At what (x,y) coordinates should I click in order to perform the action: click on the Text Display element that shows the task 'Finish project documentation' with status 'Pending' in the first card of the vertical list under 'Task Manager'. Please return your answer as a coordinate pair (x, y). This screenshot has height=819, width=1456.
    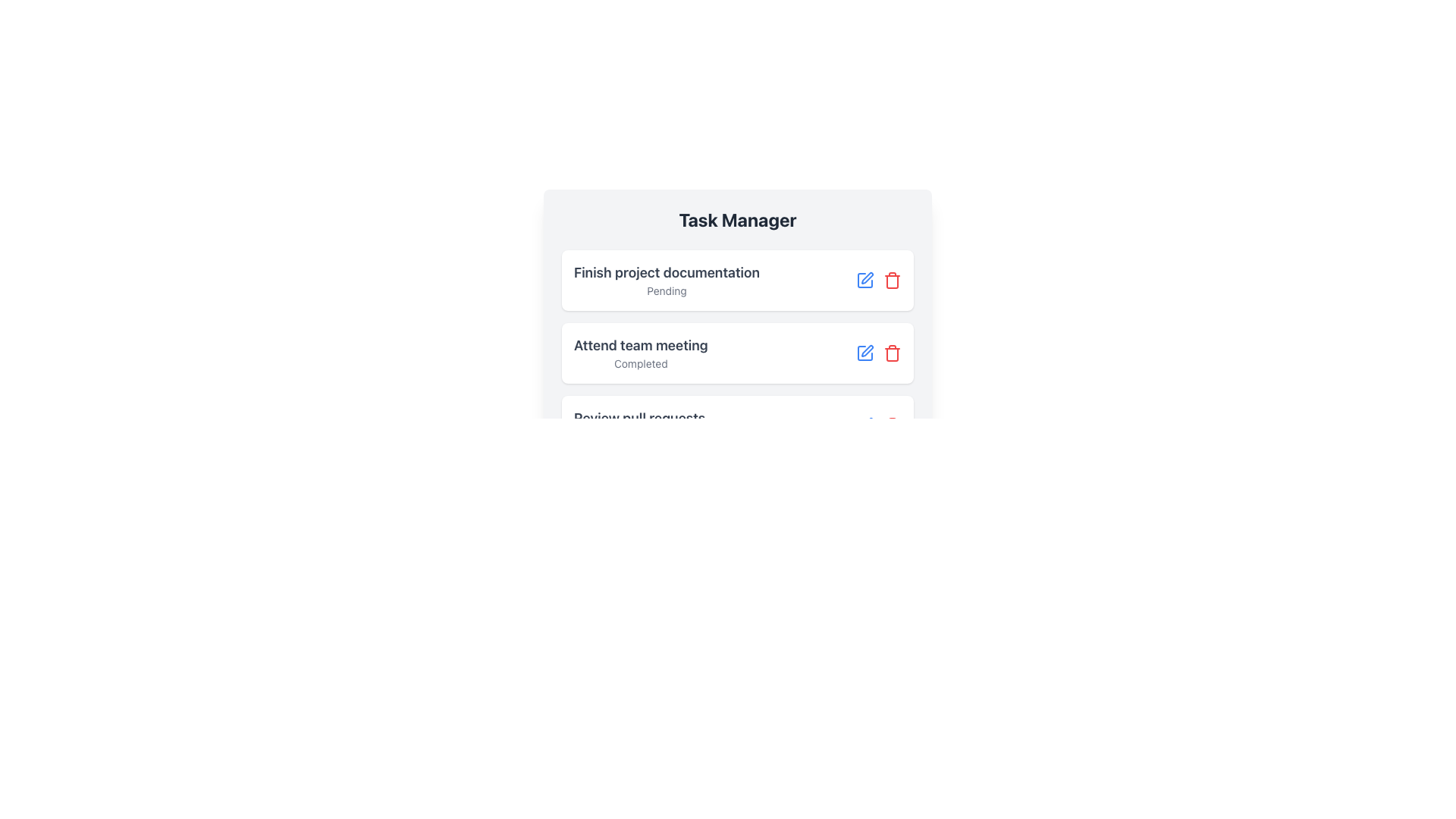
    Looking at the image, I should click on (667, 281).